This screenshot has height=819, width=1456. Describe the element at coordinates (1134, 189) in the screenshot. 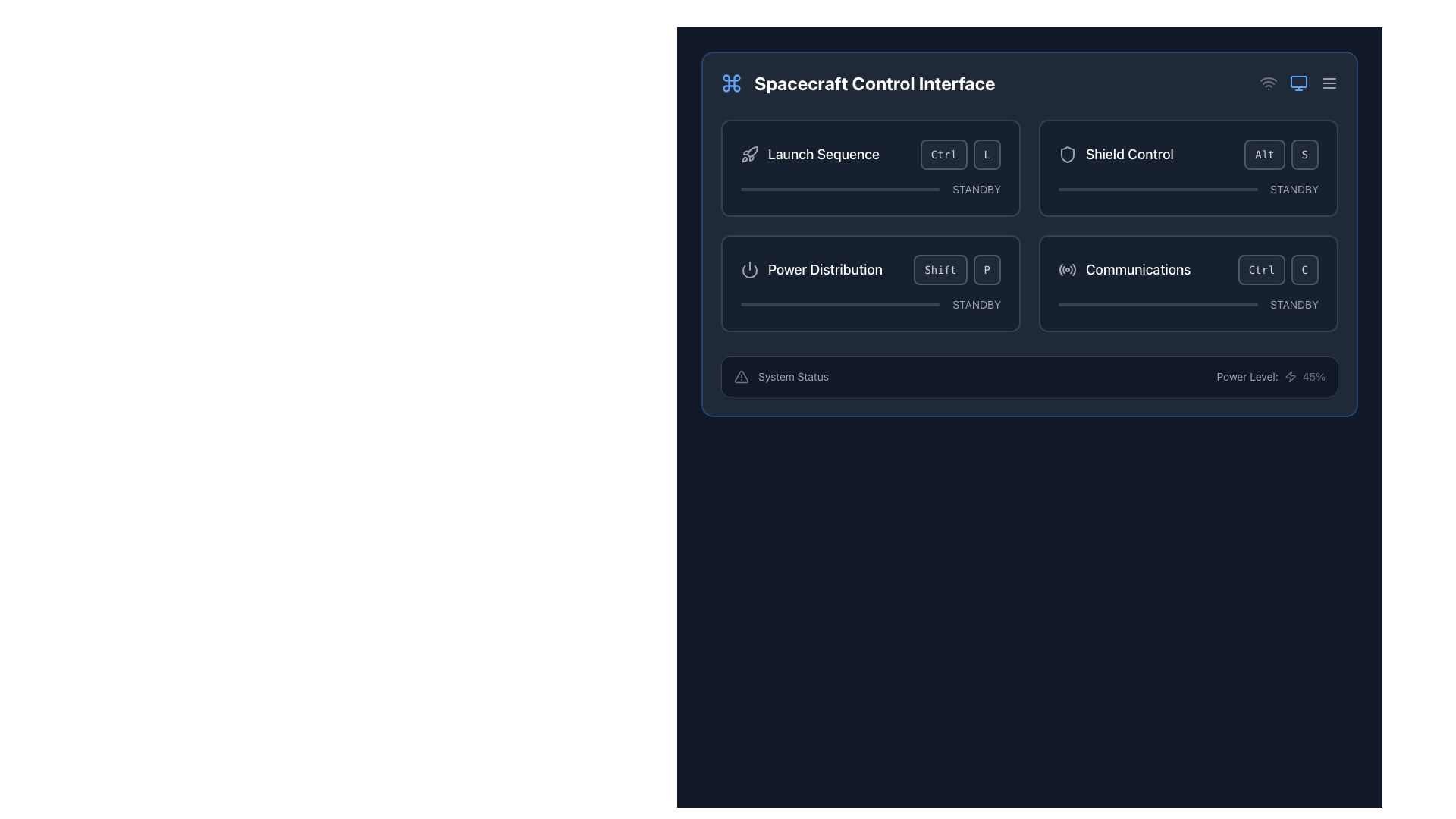

I see `the shield control` at that location.